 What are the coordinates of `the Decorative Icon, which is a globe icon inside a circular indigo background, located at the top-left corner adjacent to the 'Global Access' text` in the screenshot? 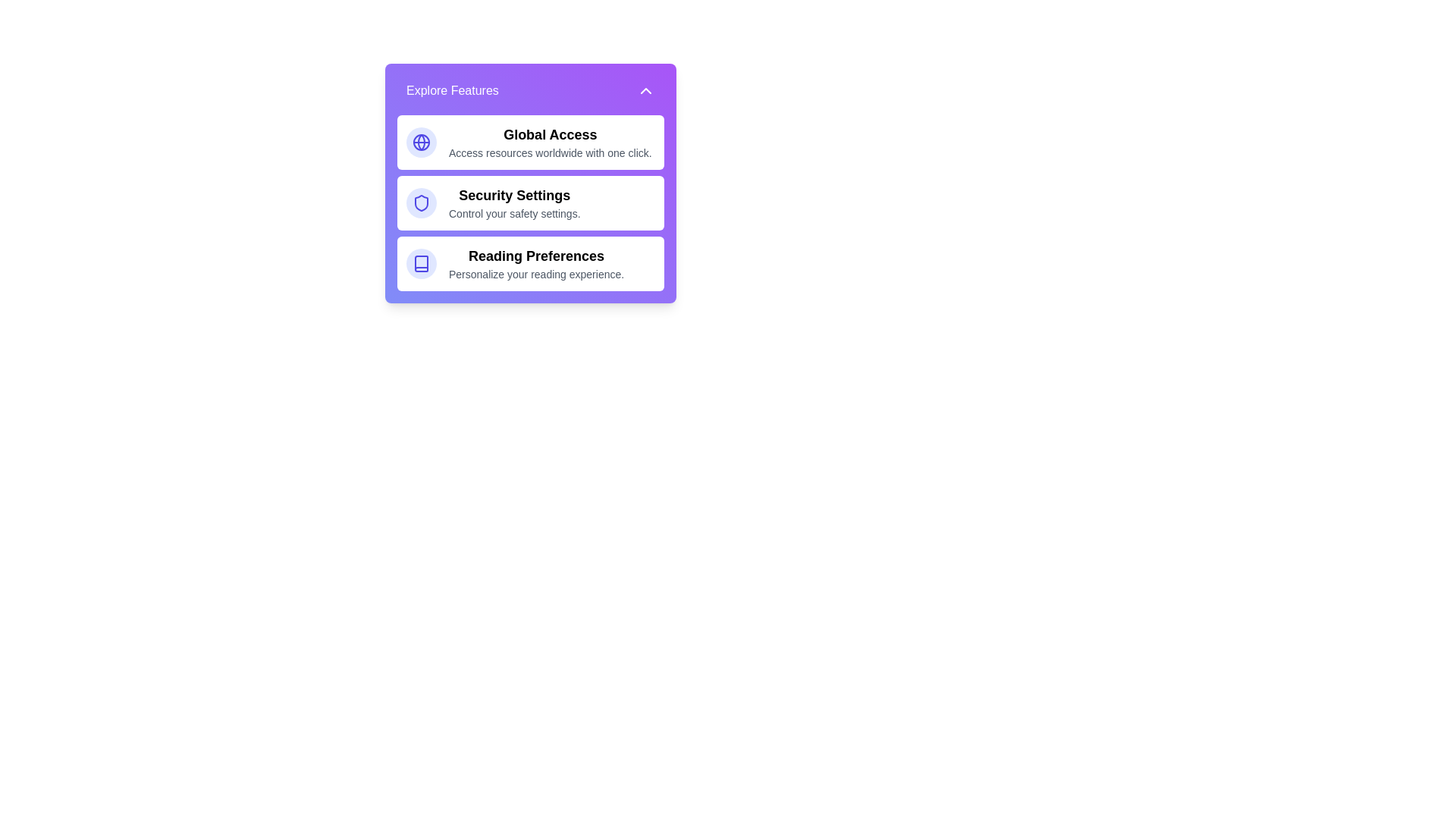 It's located at (422, 143).